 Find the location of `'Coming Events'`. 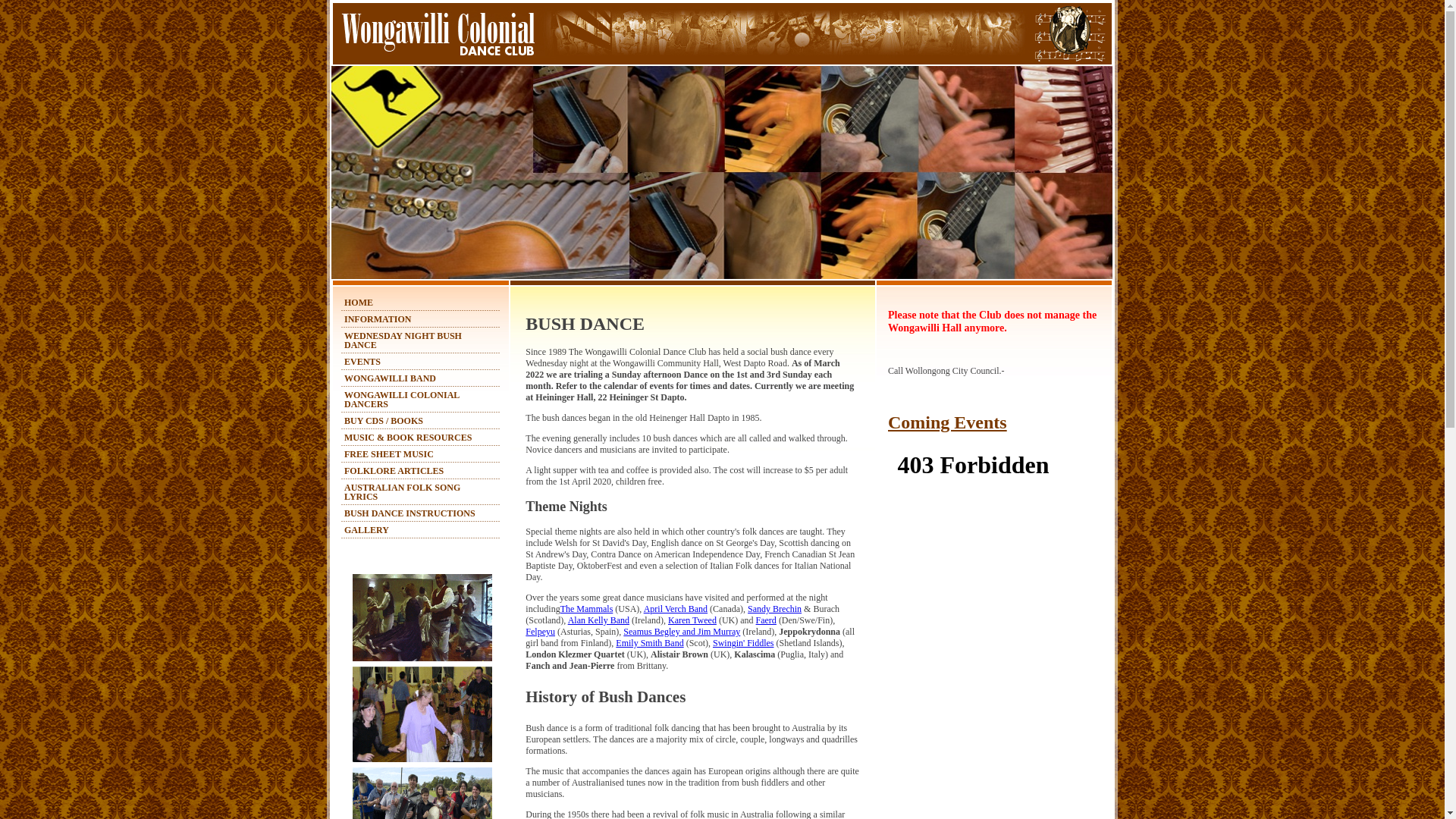

'Coming Events' is located at coordinates (946, 422).